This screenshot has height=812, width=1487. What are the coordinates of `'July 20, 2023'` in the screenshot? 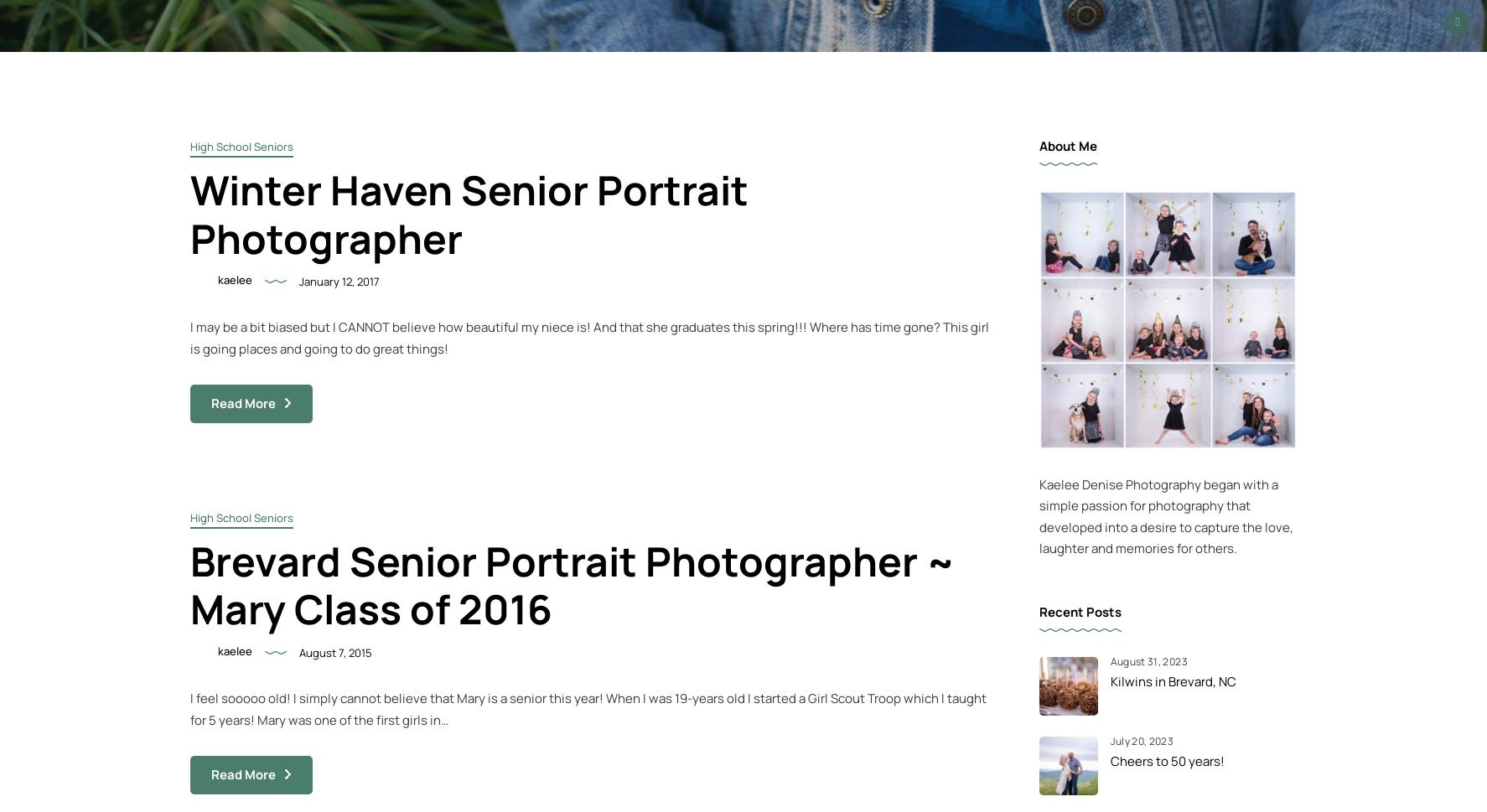 It's located at (1142, 740).